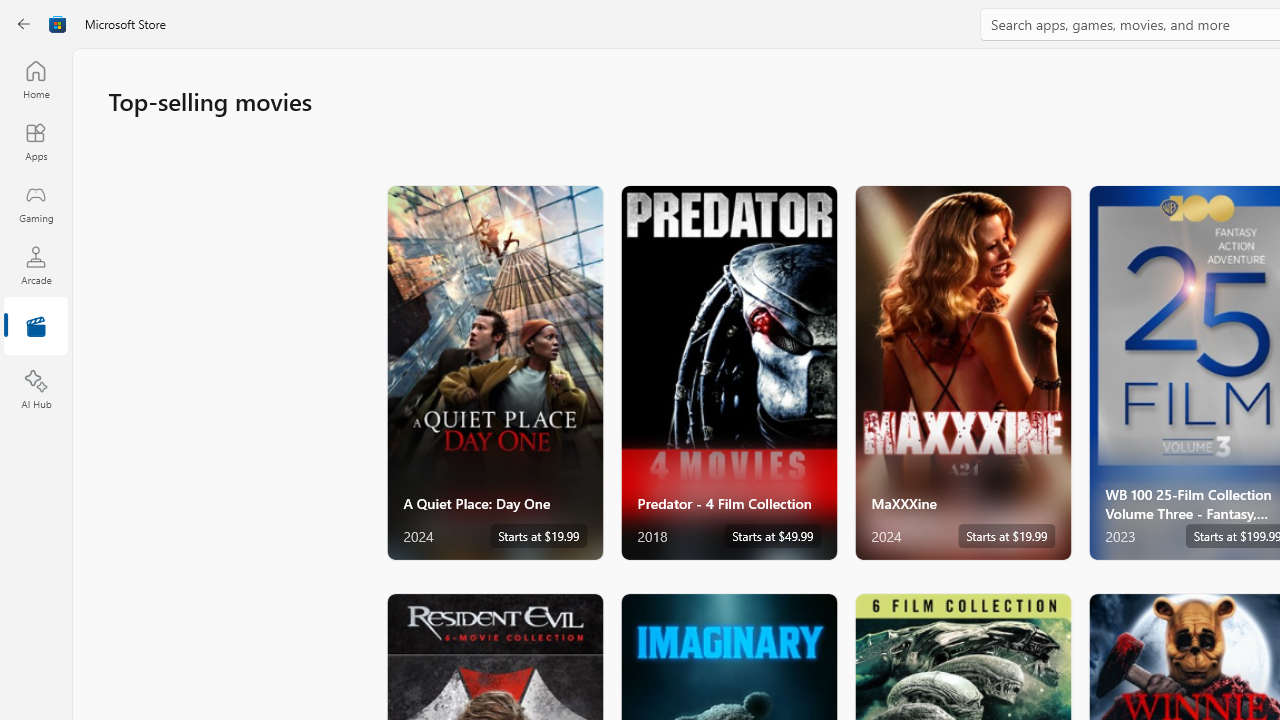 The width and height of the screenshot is (1280, 720). Describe the element at coordinates (24, 24) in the screenshot. I see `'Back'` at that location.